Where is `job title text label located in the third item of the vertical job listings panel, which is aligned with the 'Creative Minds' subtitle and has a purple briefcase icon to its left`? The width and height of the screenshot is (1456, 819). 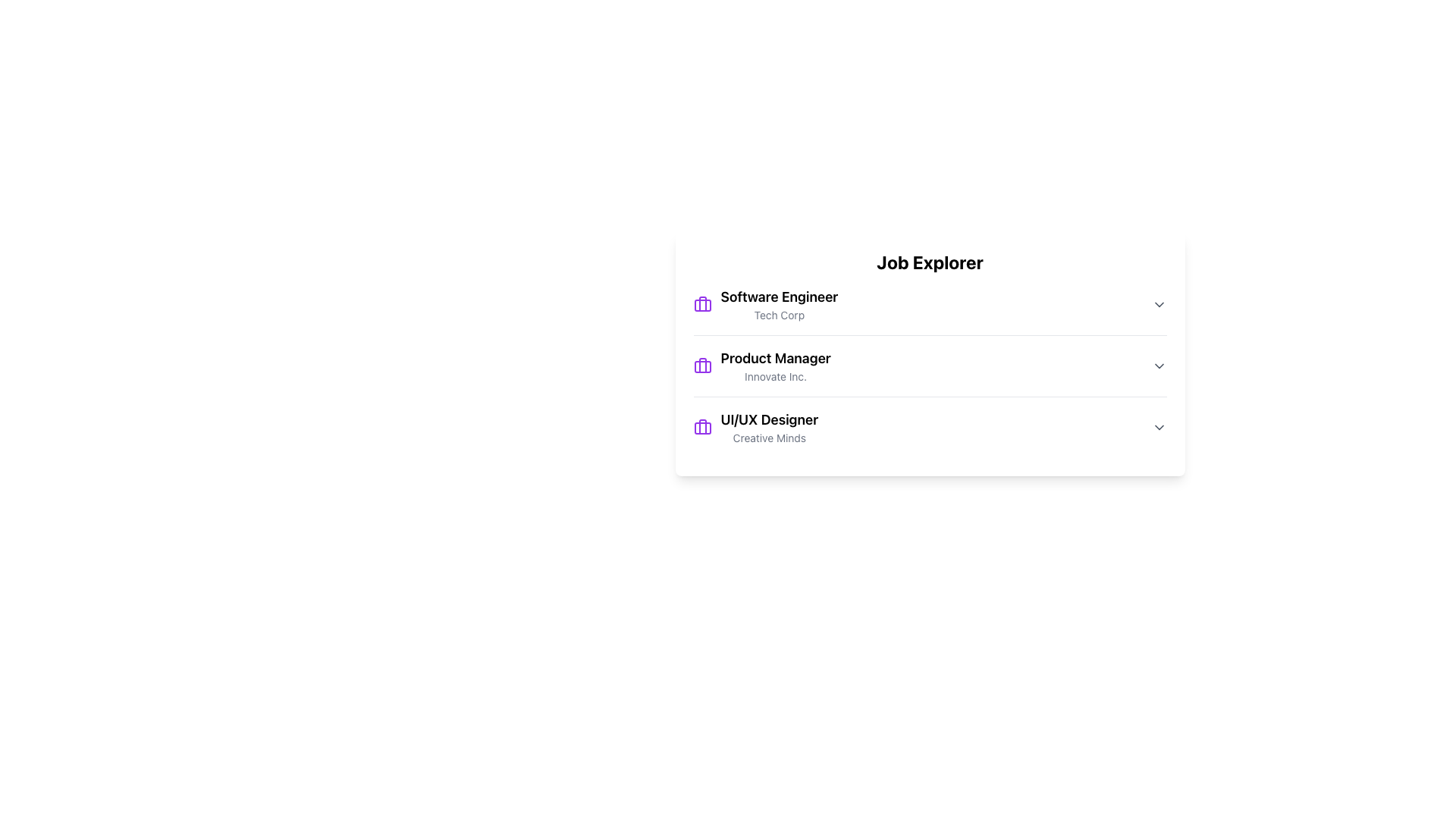
job title text label located in the third item of the vertical job listings panel, which is aligned with the 'Creative Minds' subtitle and has a purple briefcase icon to its left is located at coordinates (769, 420).